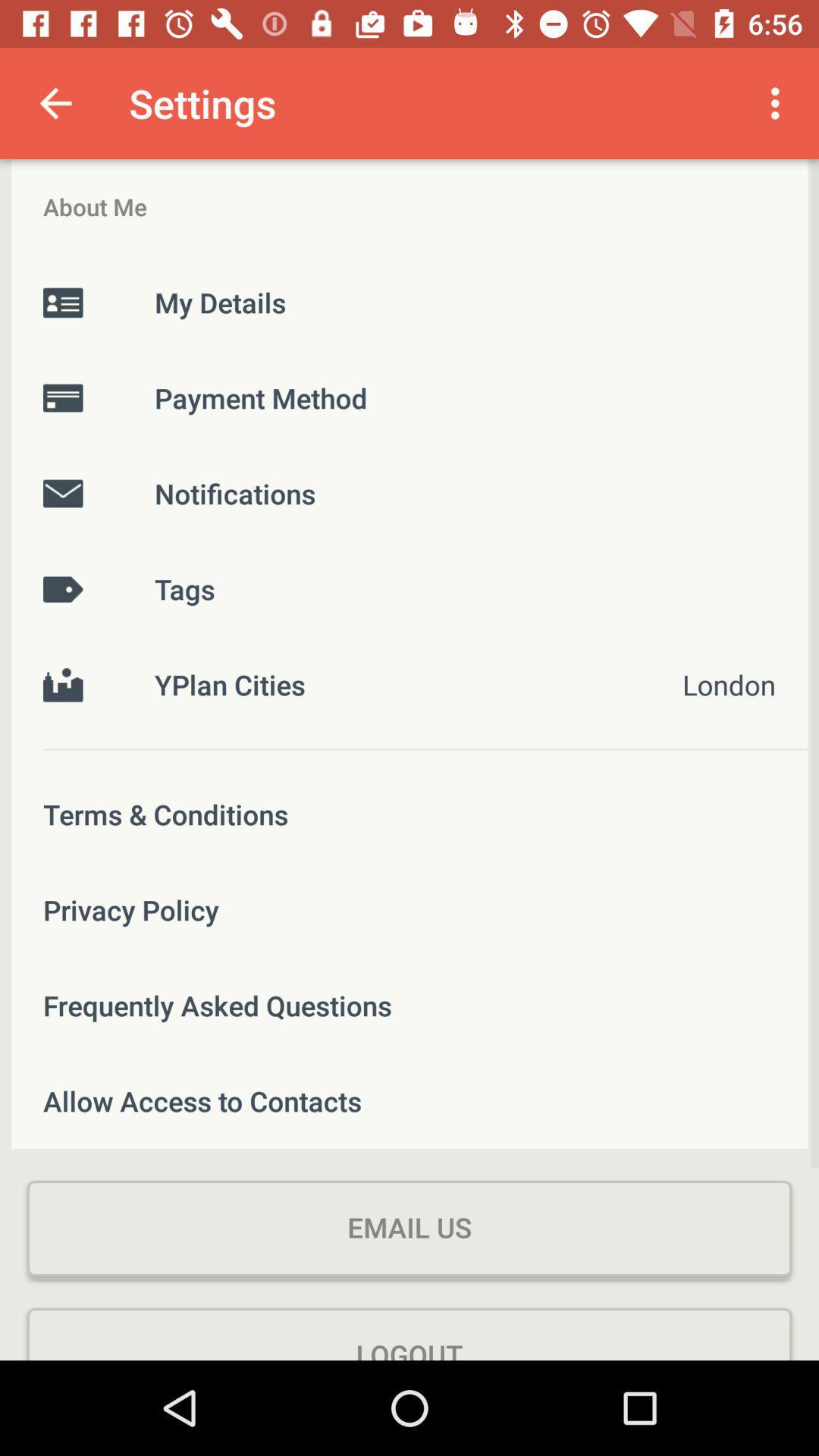 Image resolution: width=819 pixels, height=1456 pixels. I want to click on item next to the  settings app, so click(779, 102).